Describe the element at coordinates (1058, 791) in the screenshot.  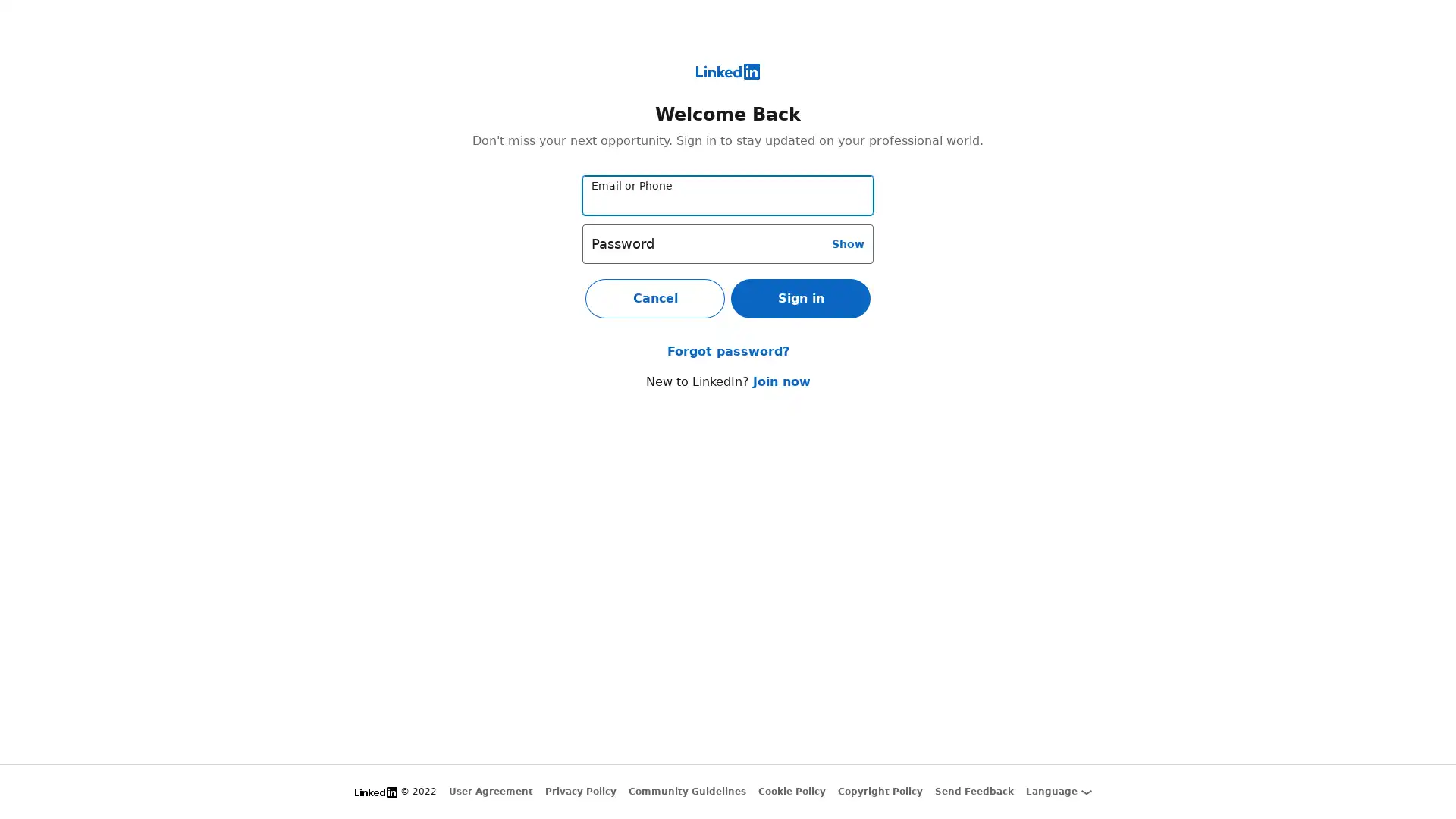
I see `Language` at that location.